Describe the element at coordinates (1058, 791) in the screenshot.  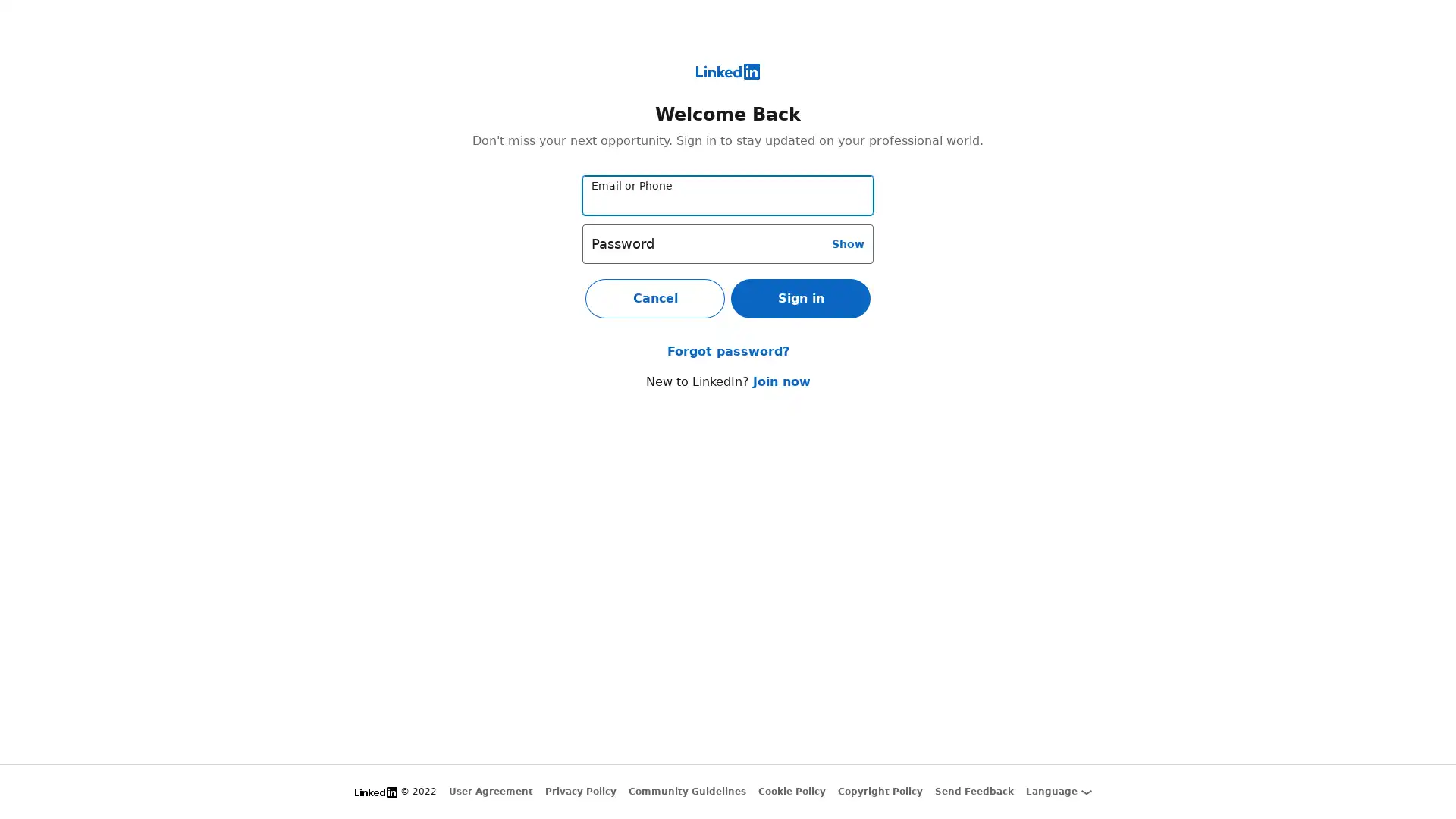
I see `Language` at that location.